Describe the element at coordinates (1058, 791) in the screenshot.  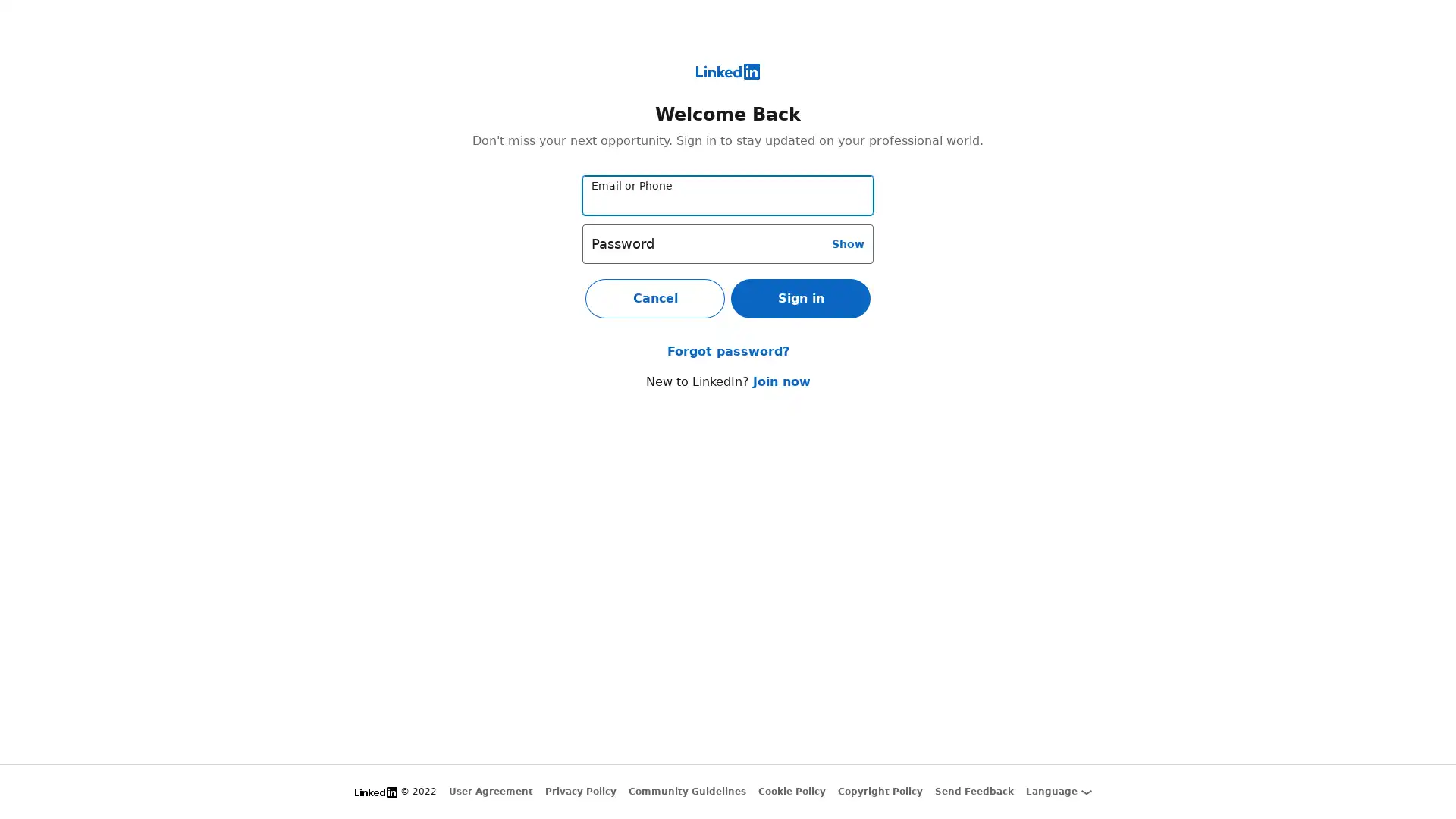
I see `Language` at that location.